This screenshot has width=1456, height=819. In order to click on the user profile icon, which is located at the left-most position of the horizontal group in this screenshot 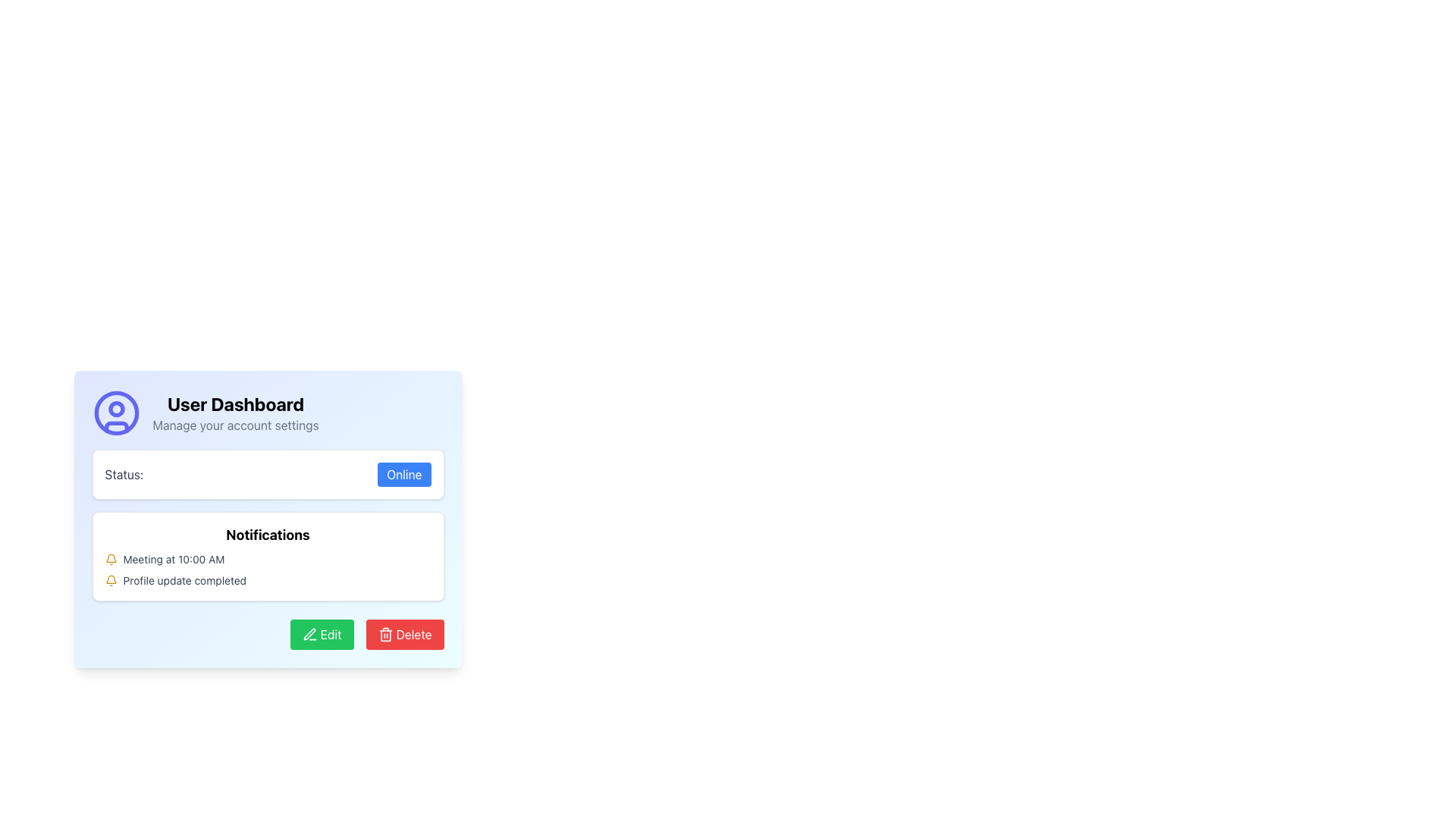, I will do `click(115, 413)`.